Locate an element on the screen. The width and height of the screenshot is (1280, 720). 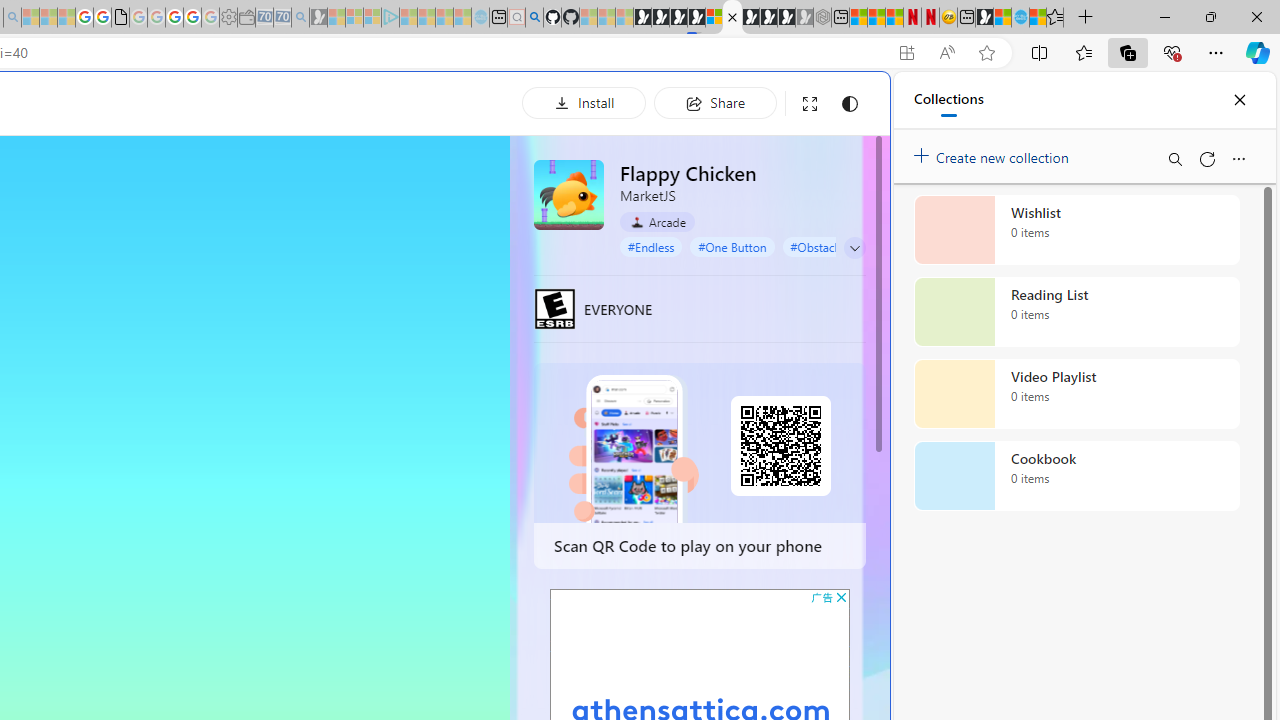
'App available. Install Flappy Chicken' is located at coordinates (905, 52).